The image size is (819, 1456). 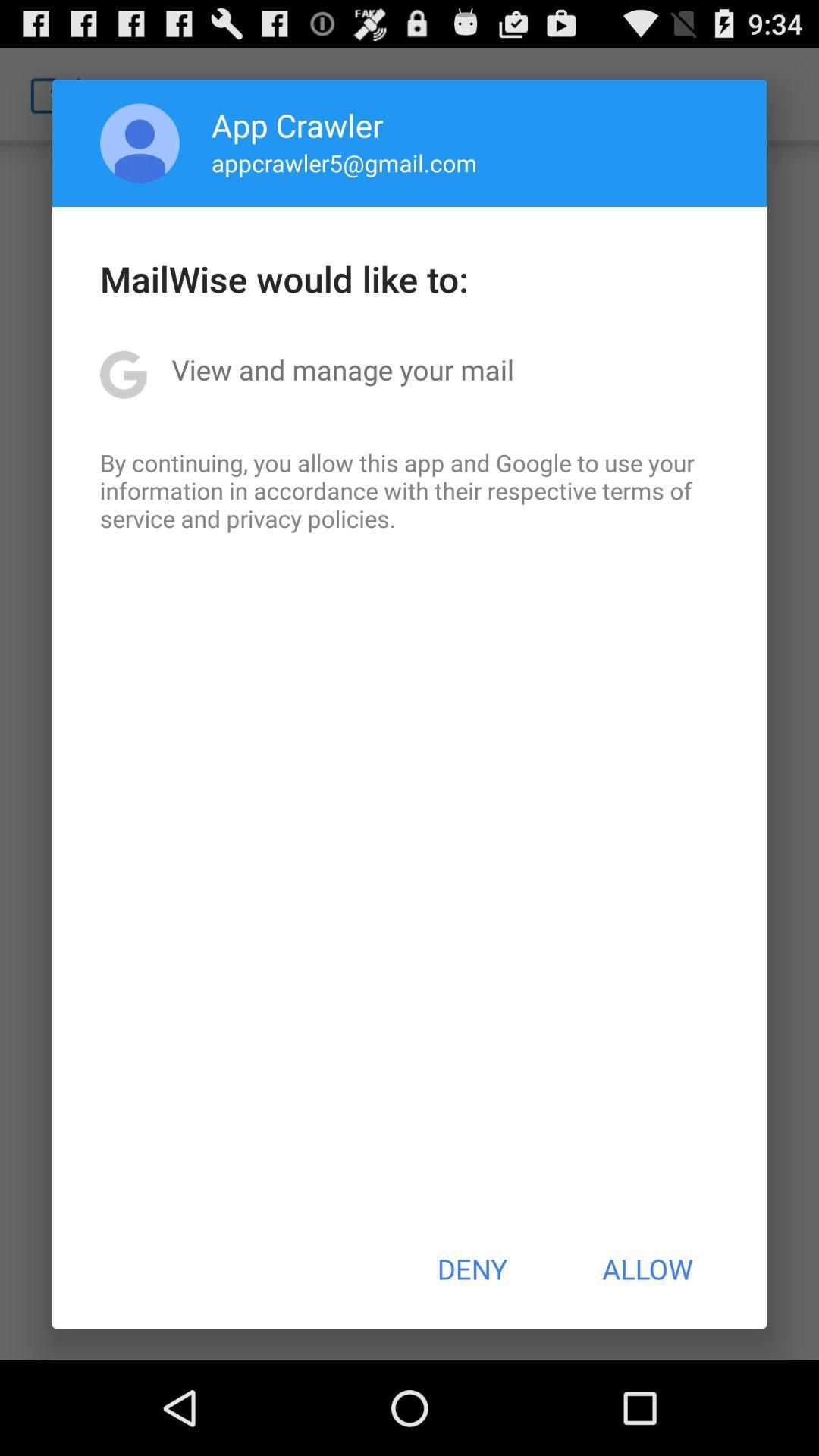 I want to click on app to the left of app crawler app, so click(x=140, y=143).